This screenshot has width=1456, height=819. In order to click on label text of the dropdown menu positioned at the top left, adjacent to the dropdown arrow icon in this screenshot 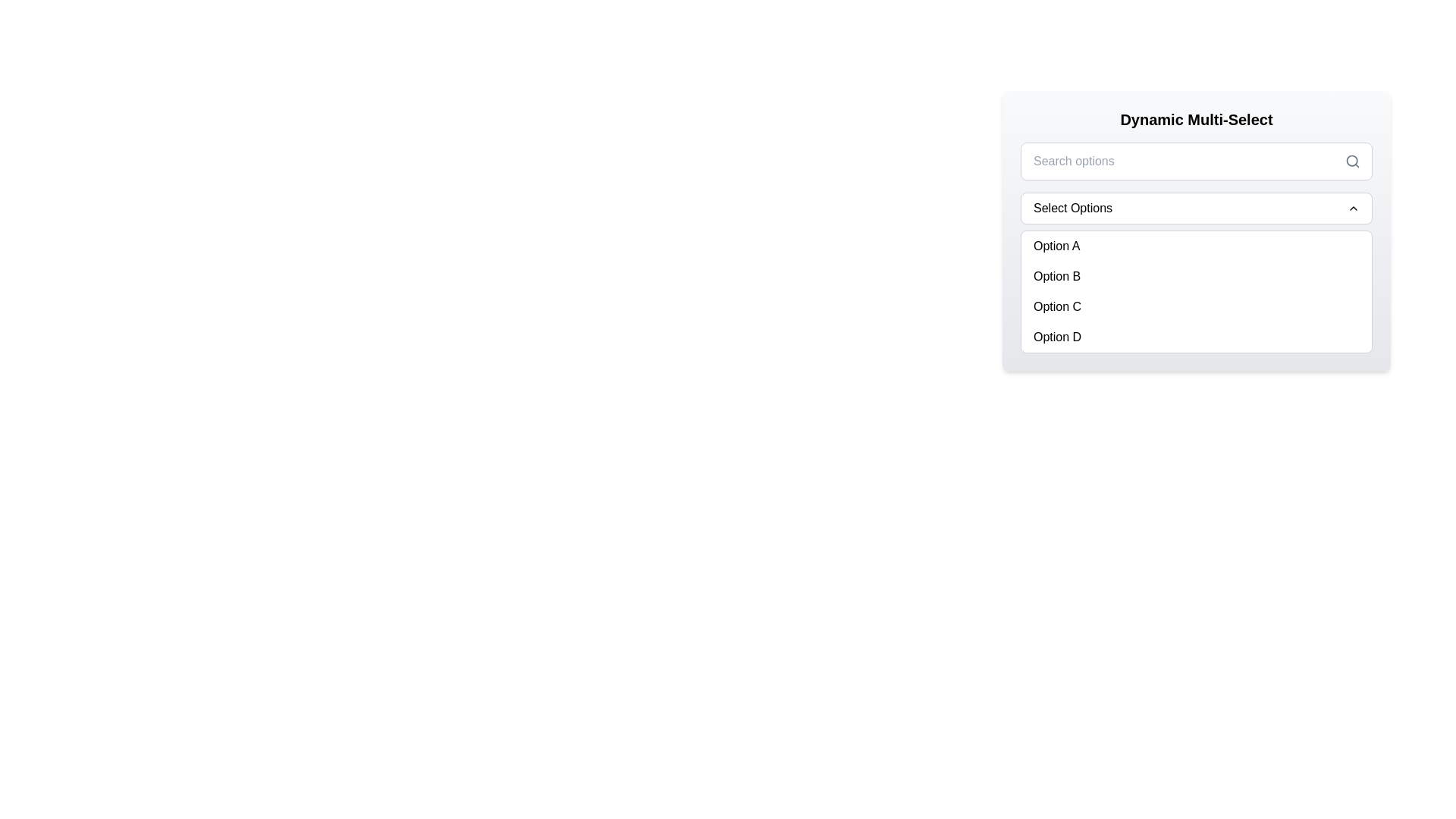, I will do `click(1072, 208)`.